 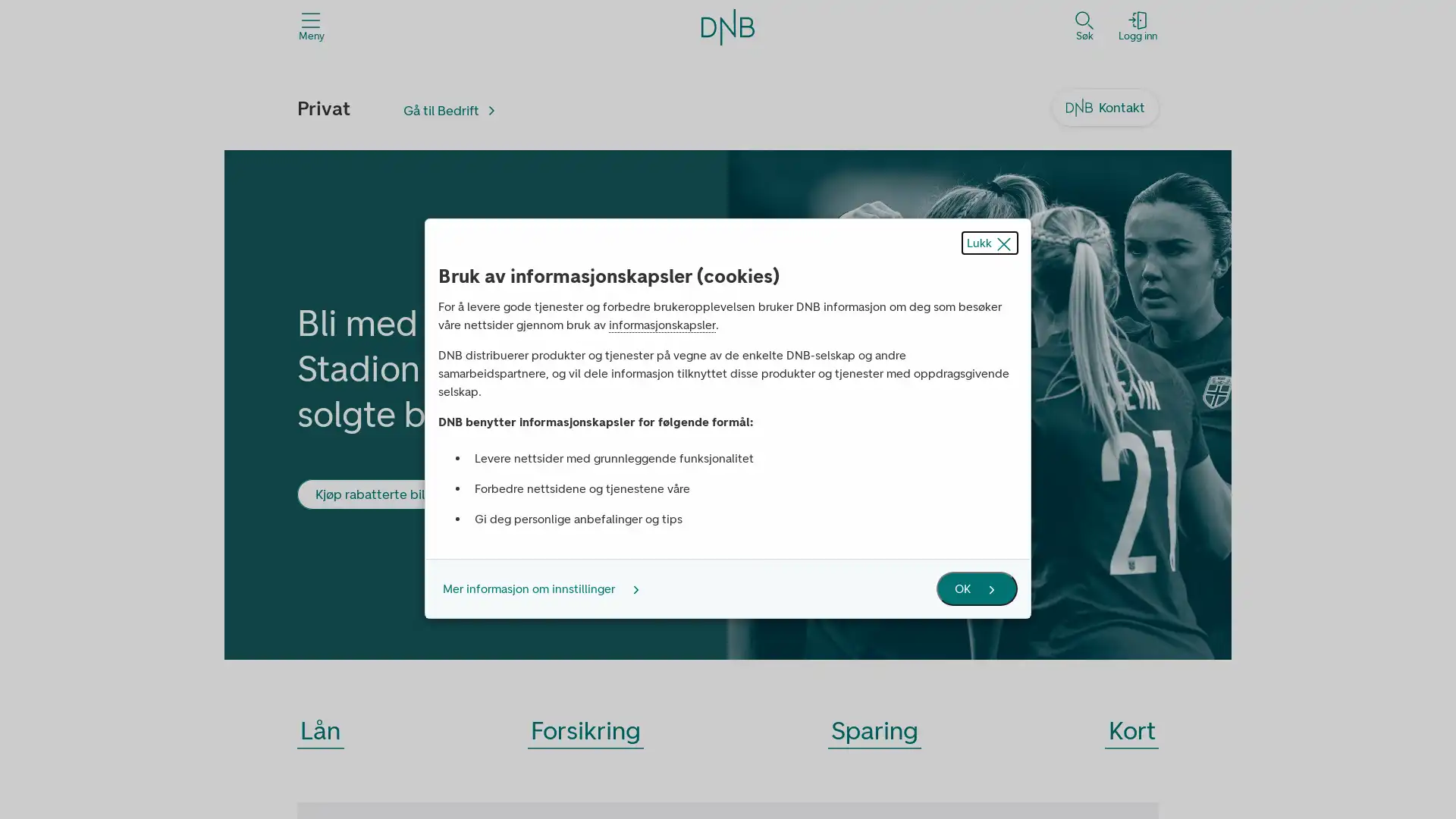 I want to click on Mer informasjon om innstillinger, so click(x=535, y=587).